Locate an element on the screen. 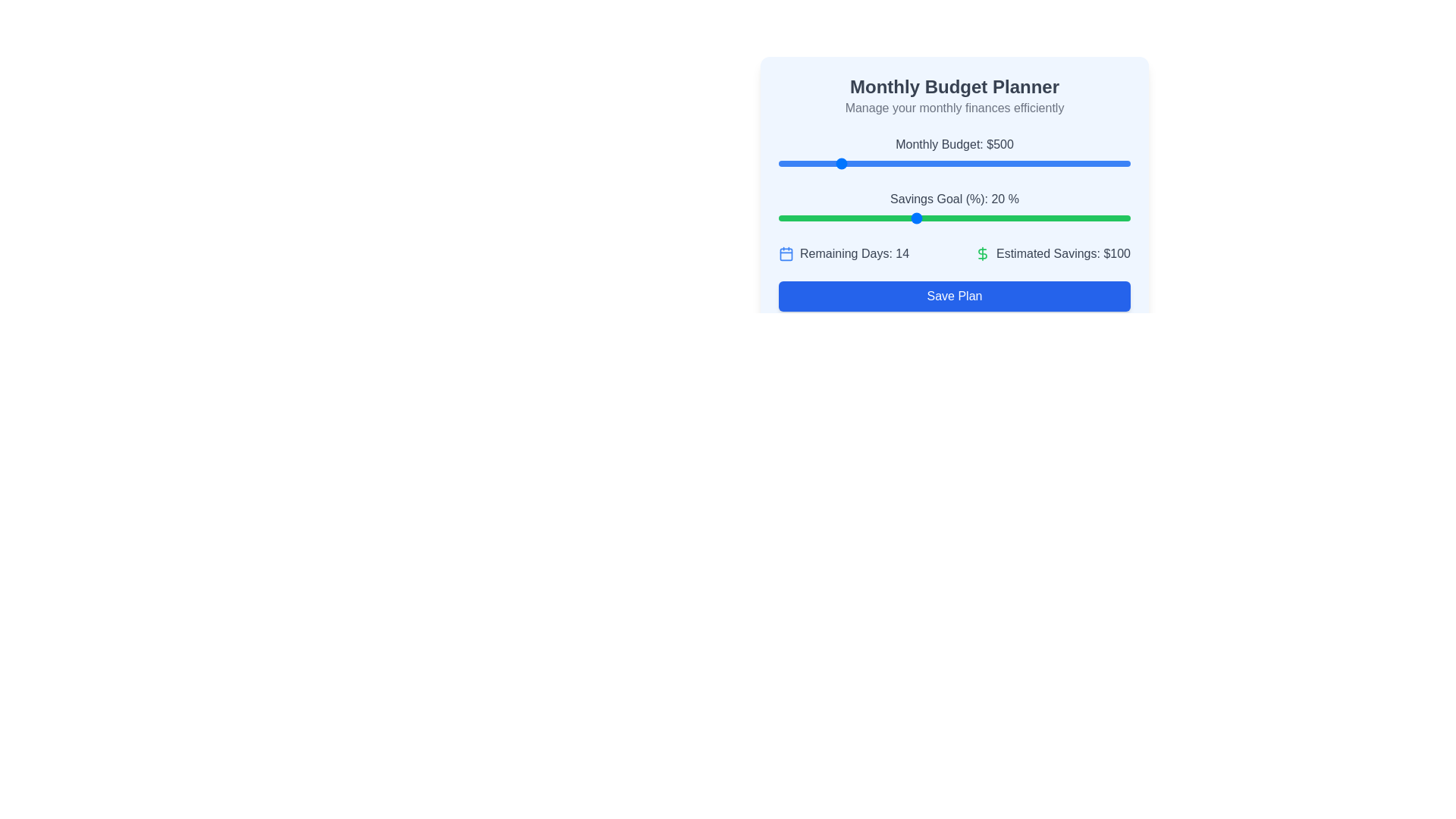 The image size is (1456, 819). the budget is located at coordinates (1115, 164).